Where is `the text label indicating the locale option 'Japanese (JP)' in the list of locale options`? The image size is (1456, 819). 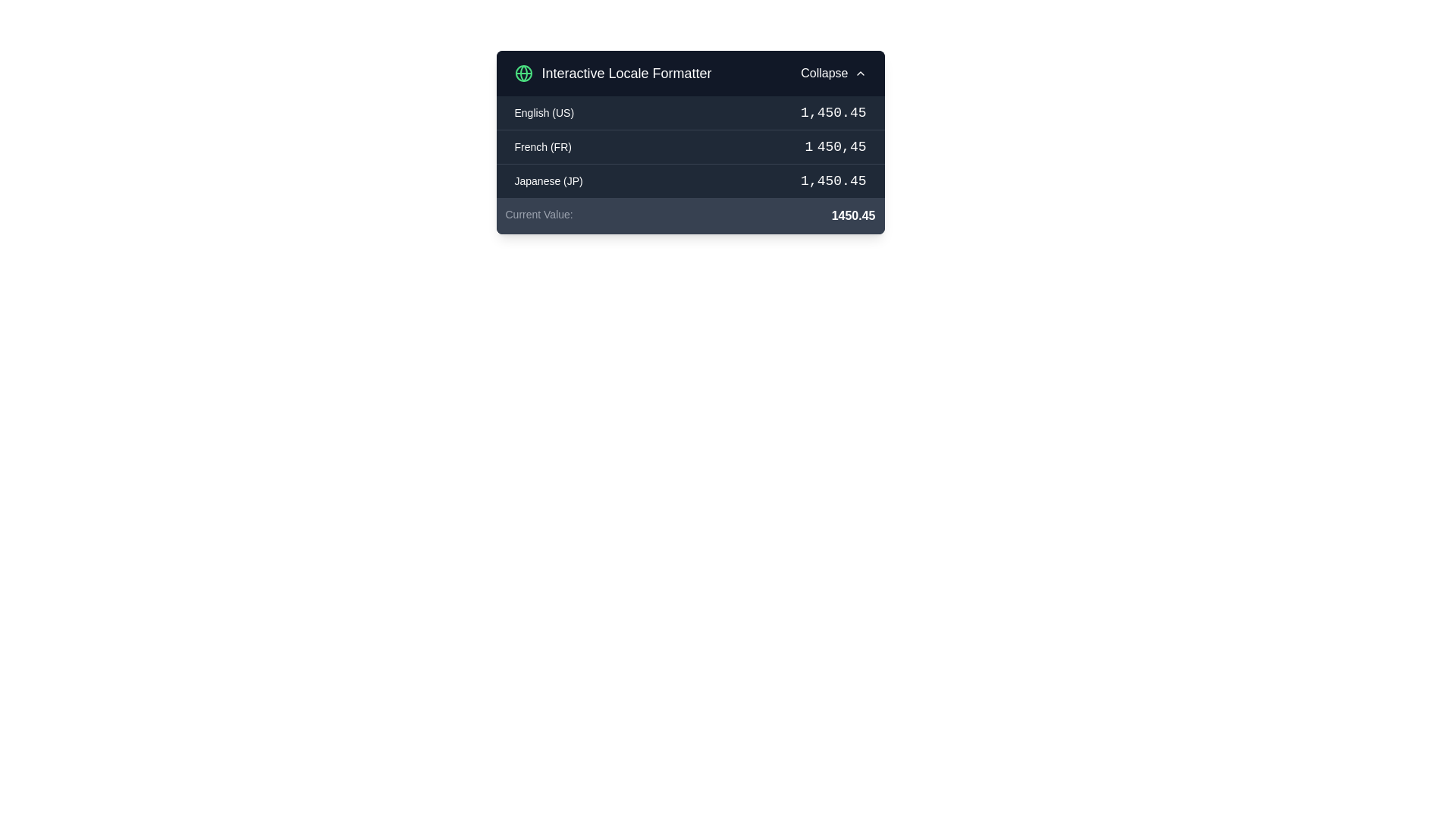 the text label indicating the locale option 'Japanese (JP)' in the list of locale options is located at coordinates (548, 180).